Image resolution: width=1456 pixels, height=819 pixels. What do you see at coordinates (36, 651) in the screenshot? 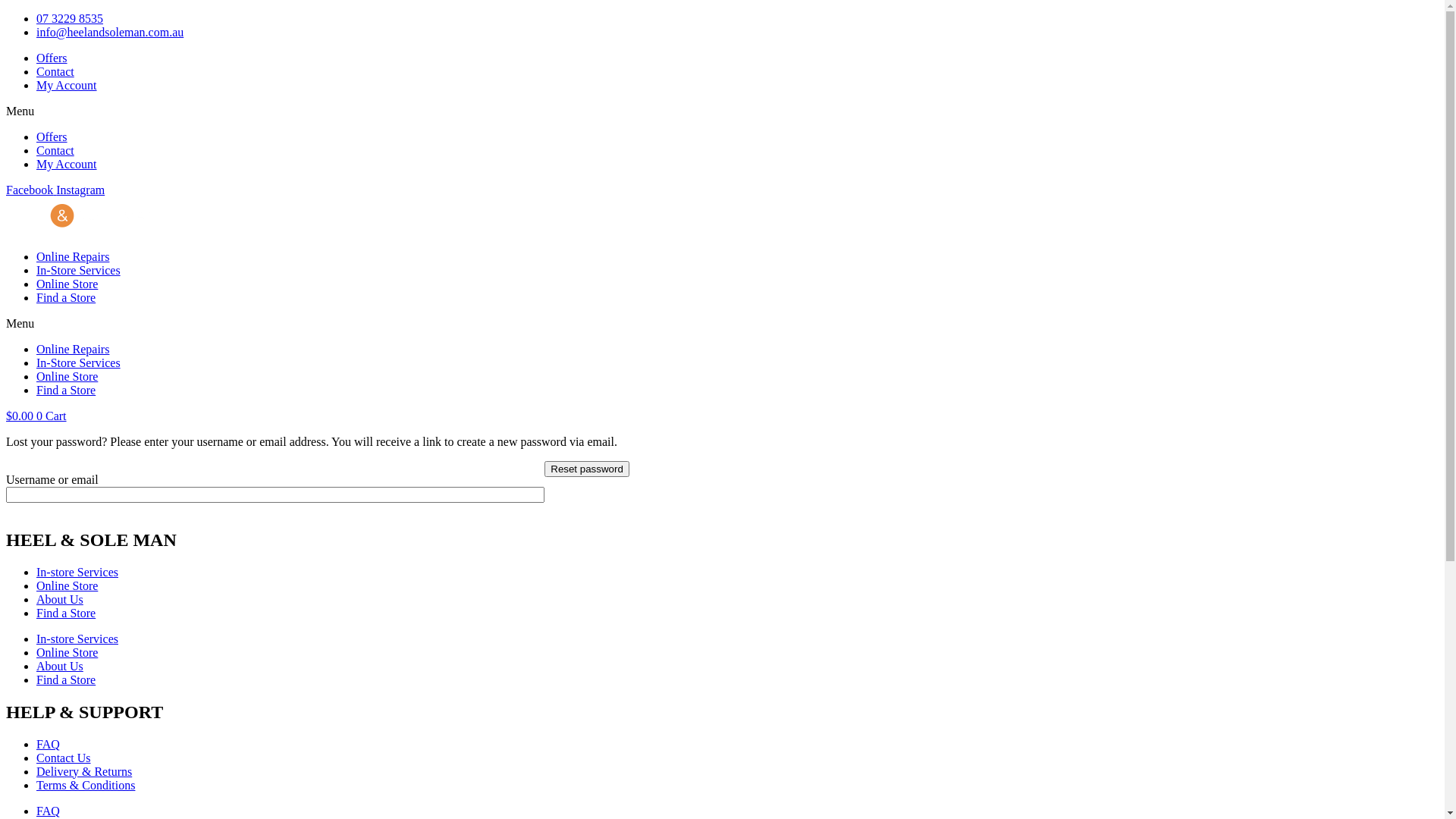
I see `'Online Store'` at bounding box center [36, 651].